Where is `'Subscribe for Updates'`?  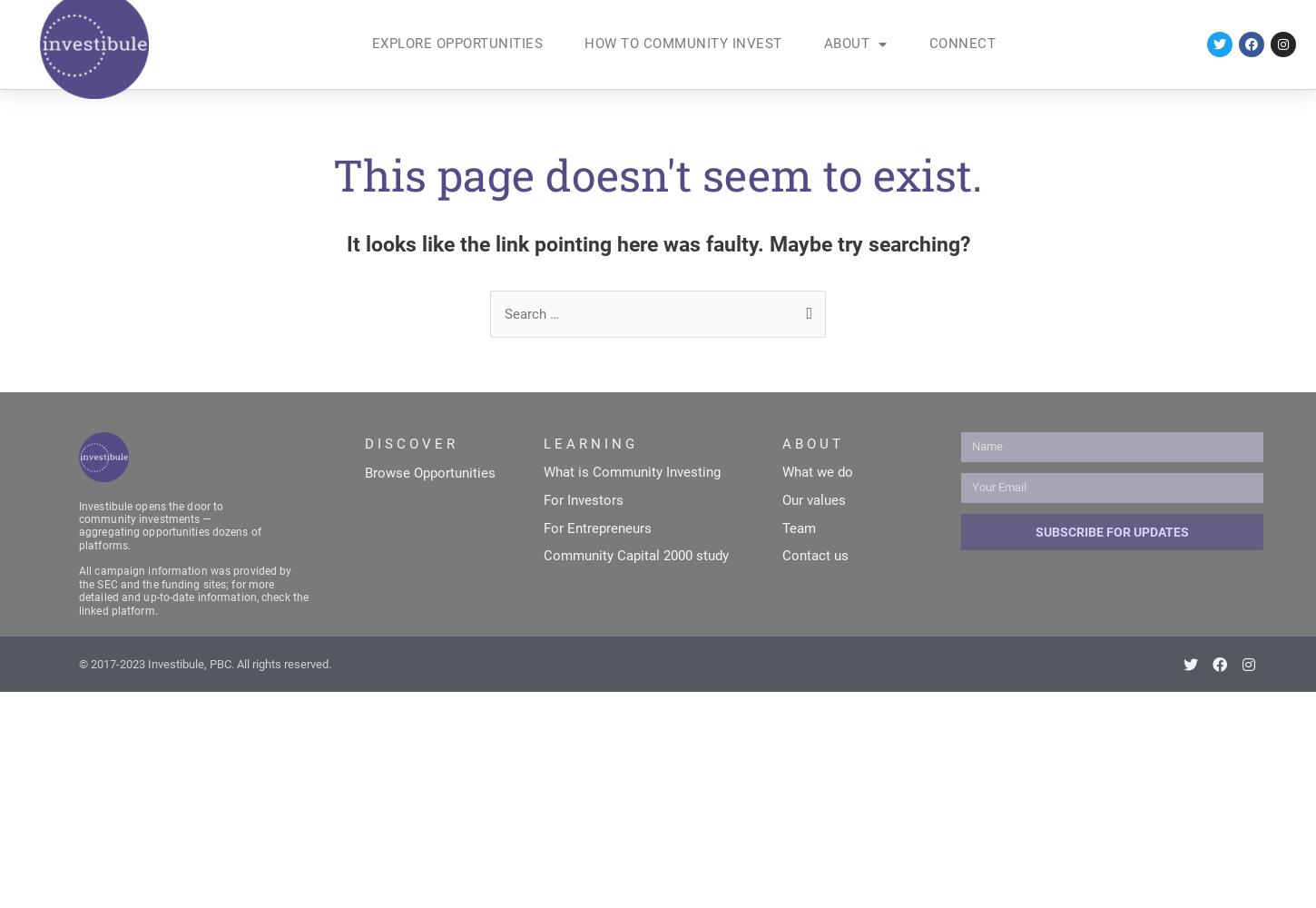 'Subscribe for Updates' is located at coordinates (1111, 530).